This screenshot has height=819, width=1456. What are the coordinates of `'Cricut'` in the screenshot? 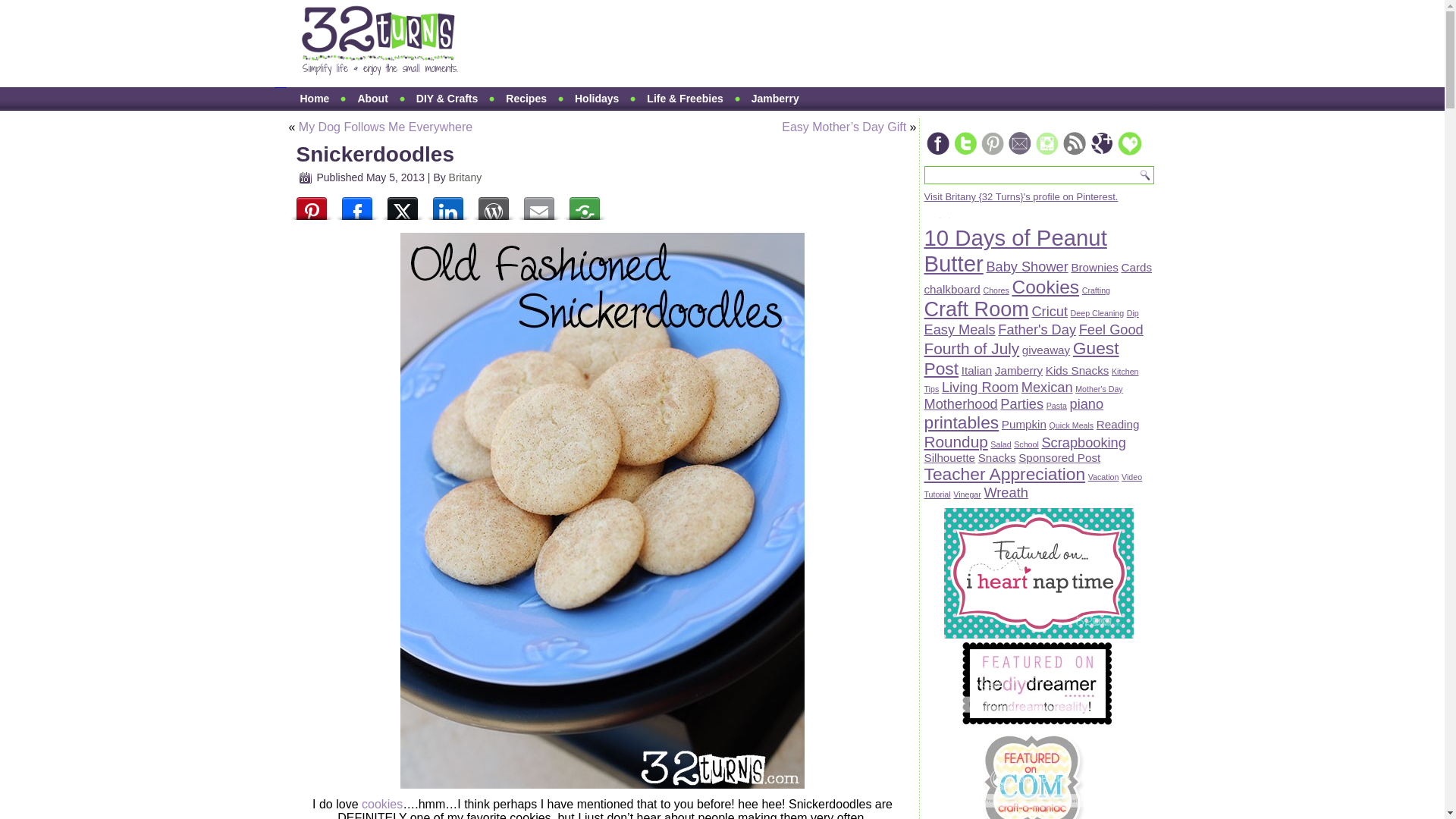 It's located at (1031, 310).